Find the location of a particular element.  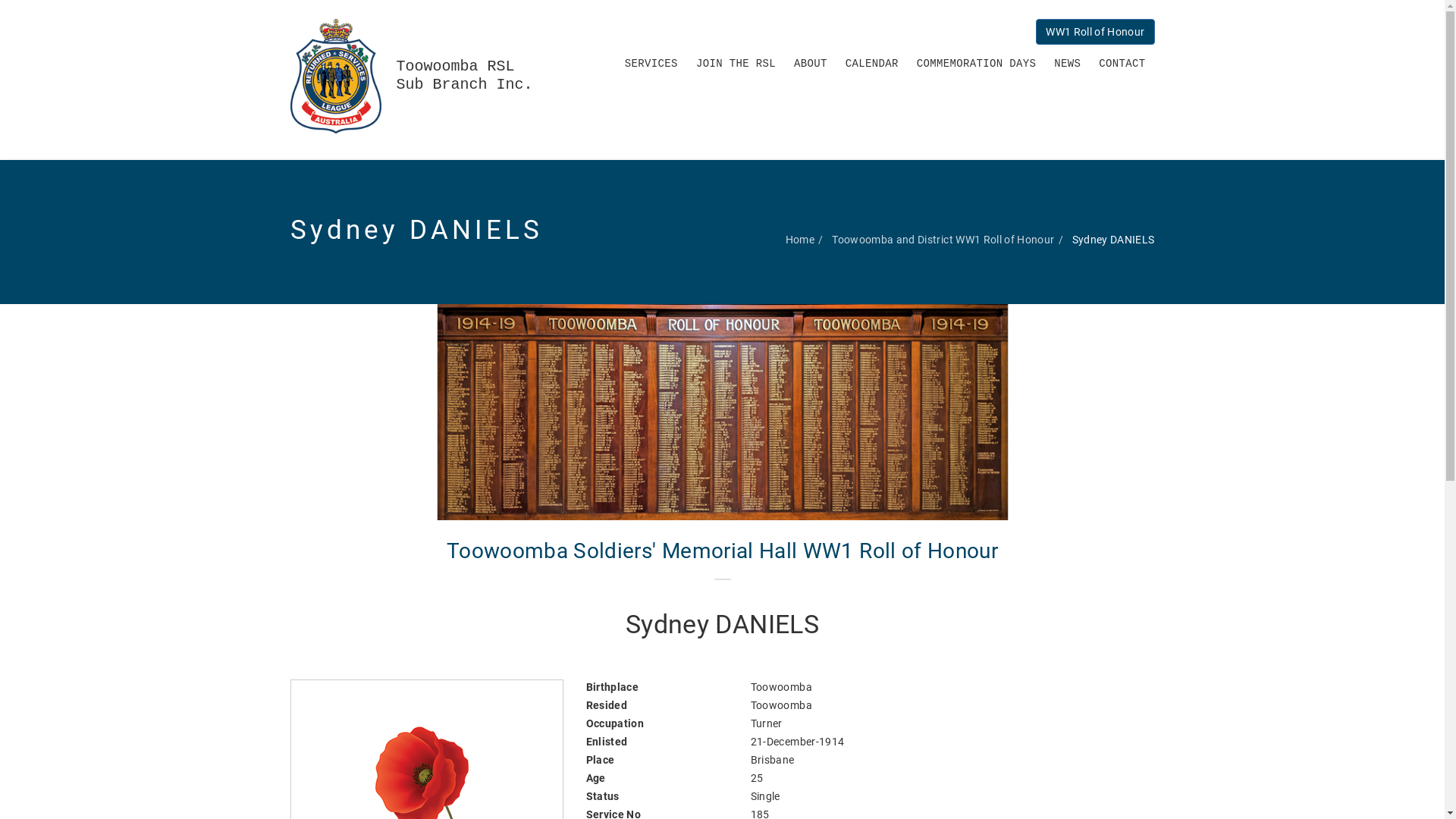

'CALENDAR' is located at coordinates (872, 61).